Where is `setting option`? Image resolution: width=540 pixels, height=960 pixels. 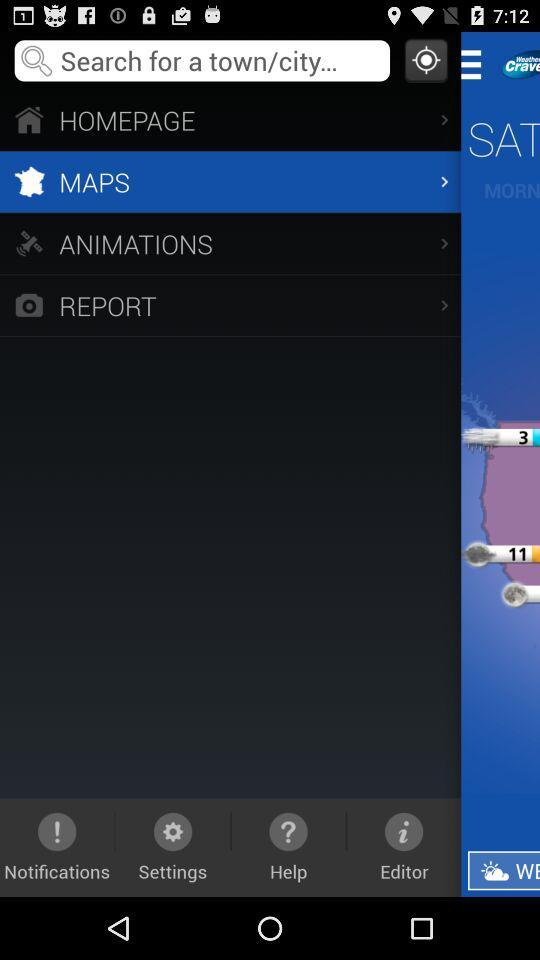
setting option is located at coordinates (476, 64).